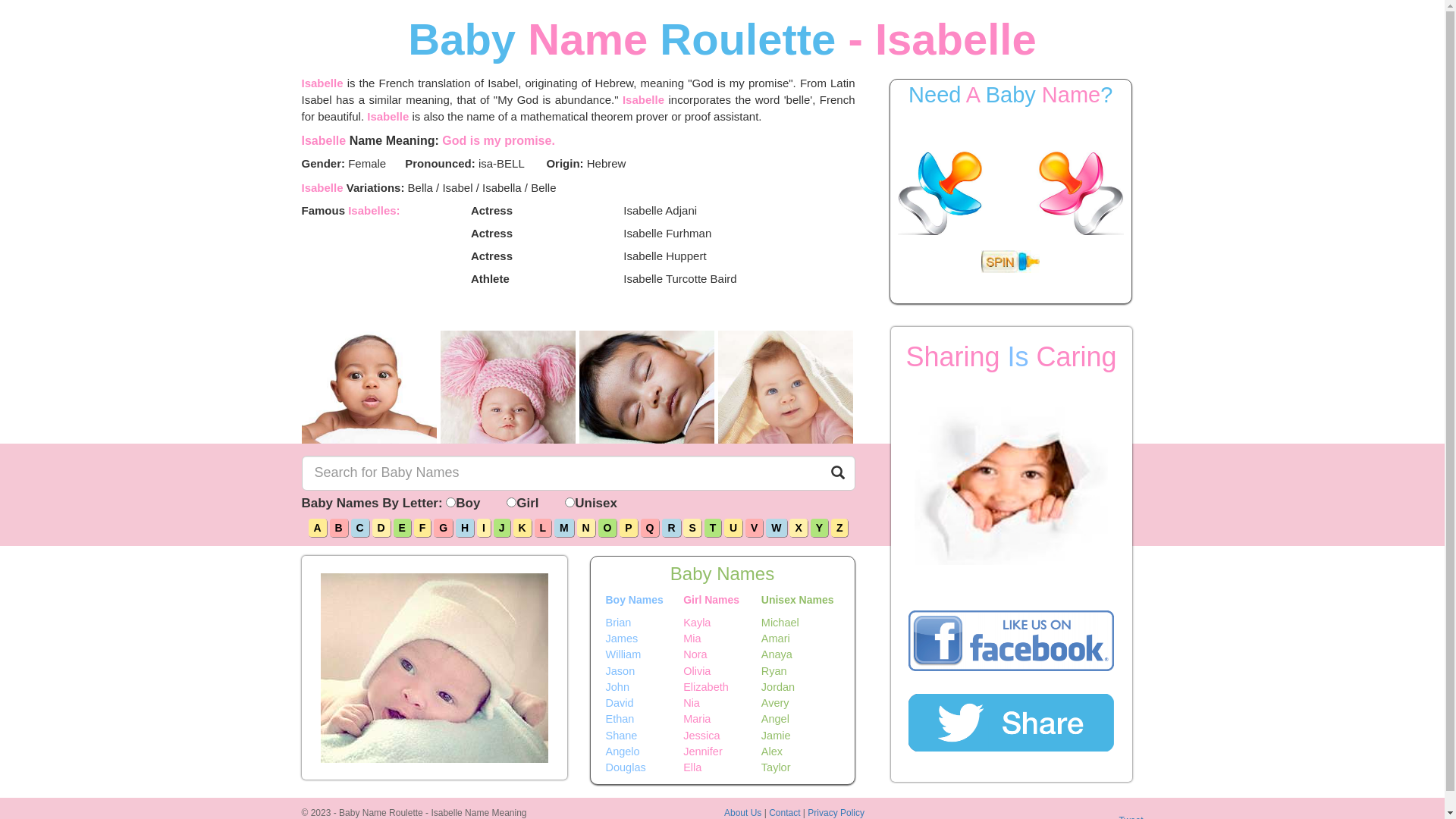 The width and height of the screenshot is (1456, 819). I want to click on 'Kayla', so click(682, 622).